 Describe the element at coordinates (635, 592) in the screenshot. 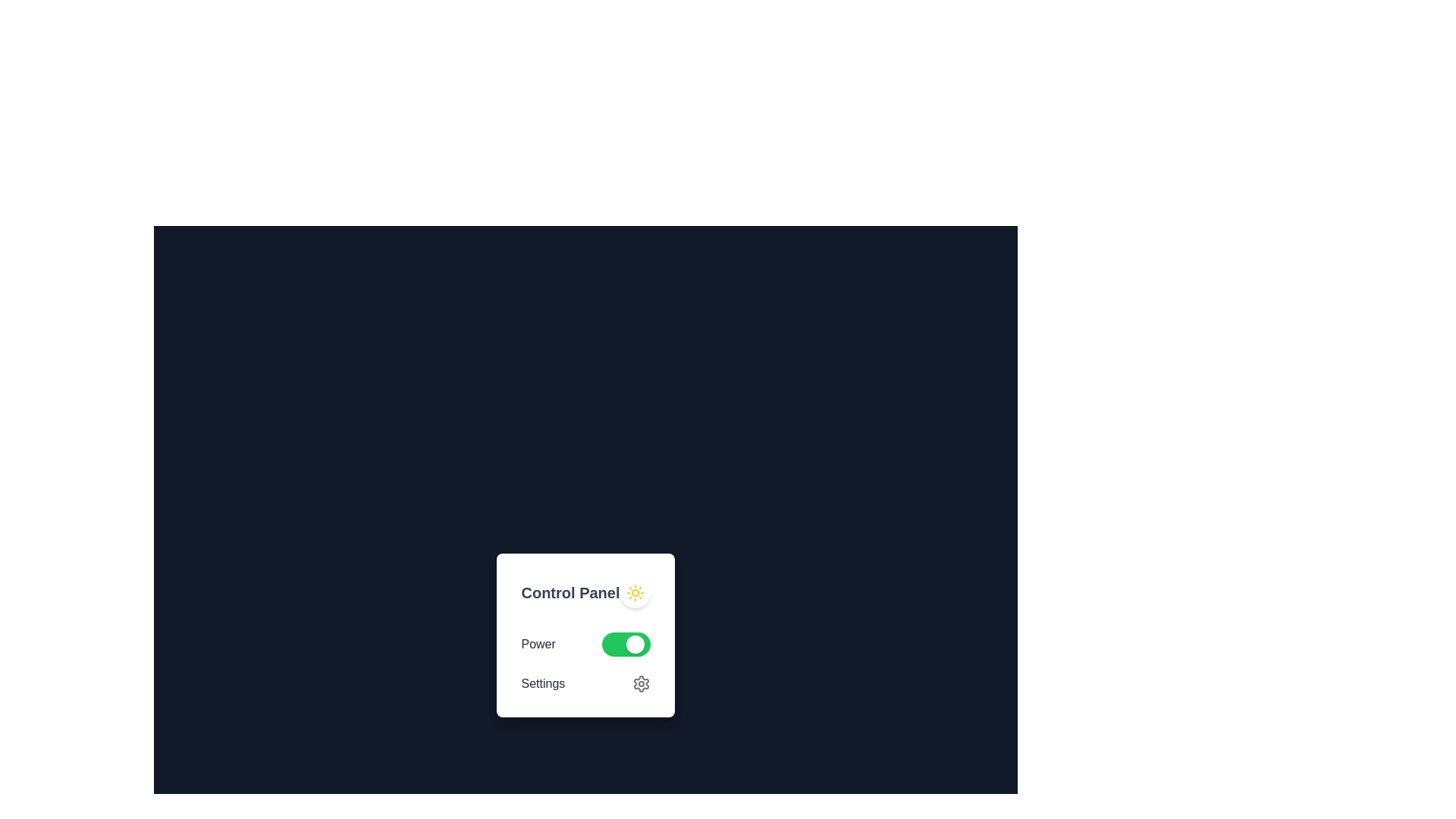

I see `the circular button with a yellow sun icon indicating brightness control, located` at that location.